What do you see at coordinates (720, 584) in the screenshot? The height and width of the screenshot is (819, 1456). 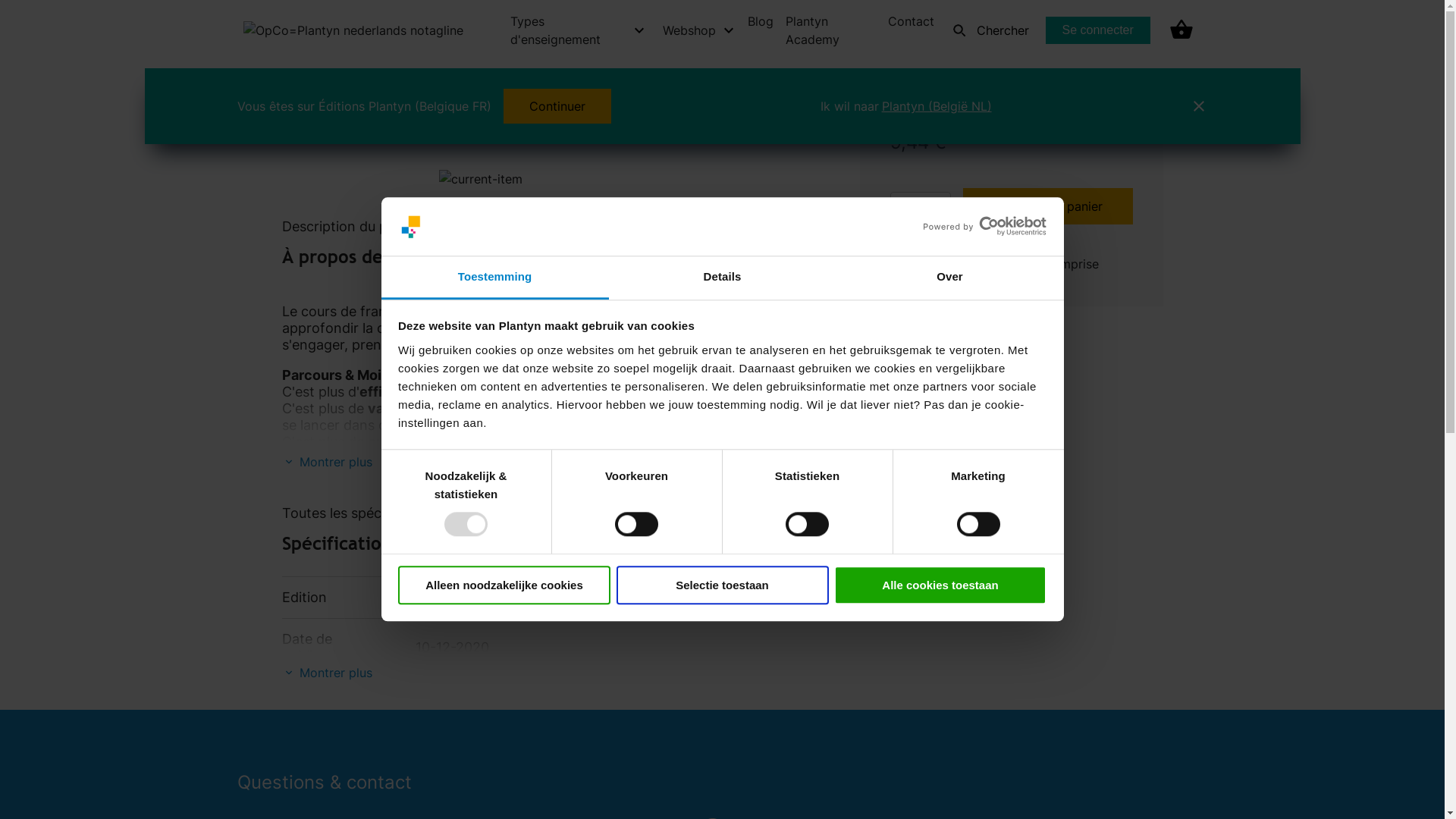 I see `'Selectie toestaan'` at bounding box center [720, 584].